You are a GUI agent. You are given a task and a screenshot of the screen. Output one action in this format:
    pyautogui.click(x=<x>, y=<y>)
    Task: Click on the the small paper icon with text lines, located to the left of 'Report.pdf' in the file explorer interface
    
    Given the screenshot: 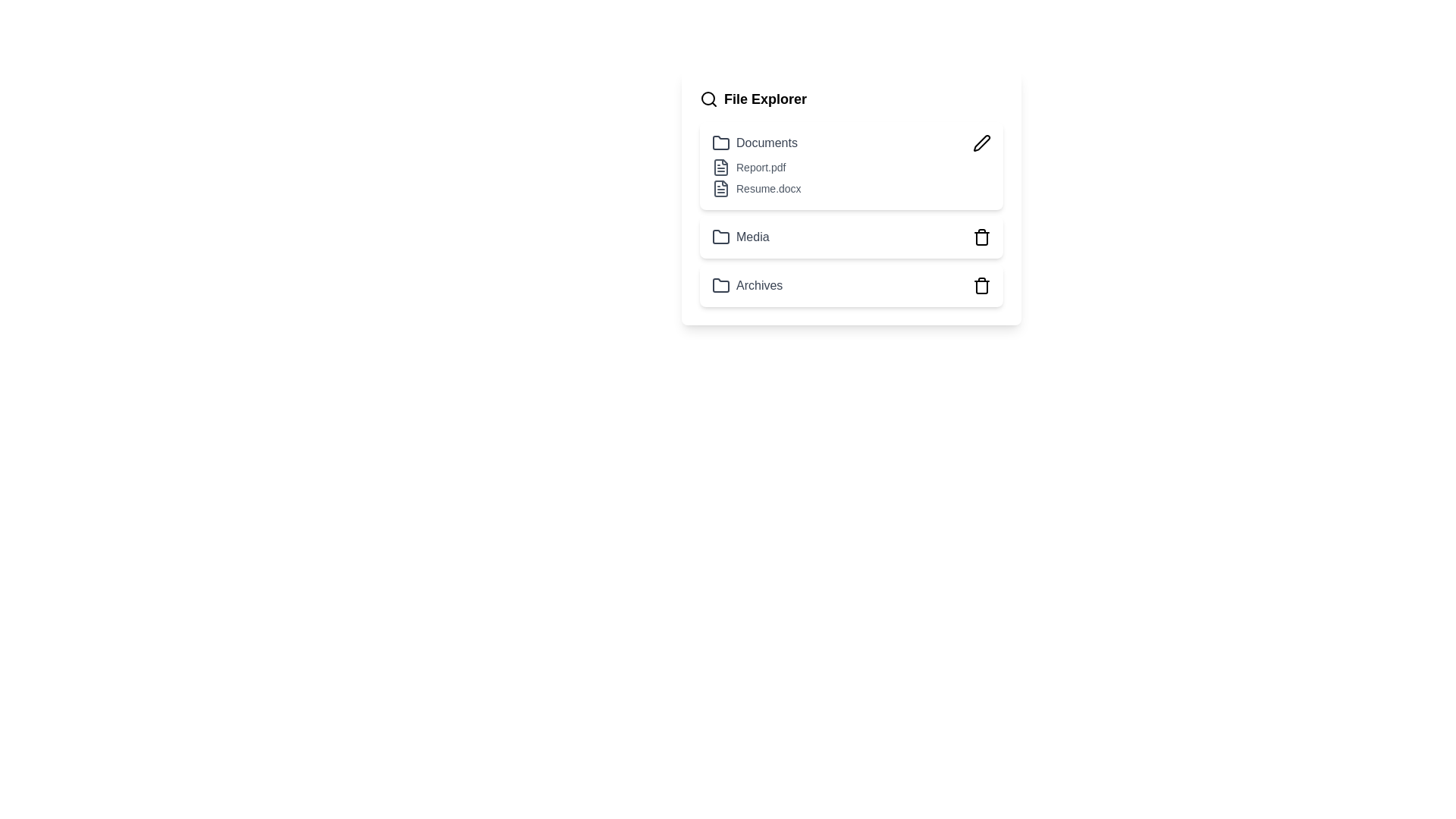 What is the action you would take?
    pyautogui.click(x=720, y=167)
    